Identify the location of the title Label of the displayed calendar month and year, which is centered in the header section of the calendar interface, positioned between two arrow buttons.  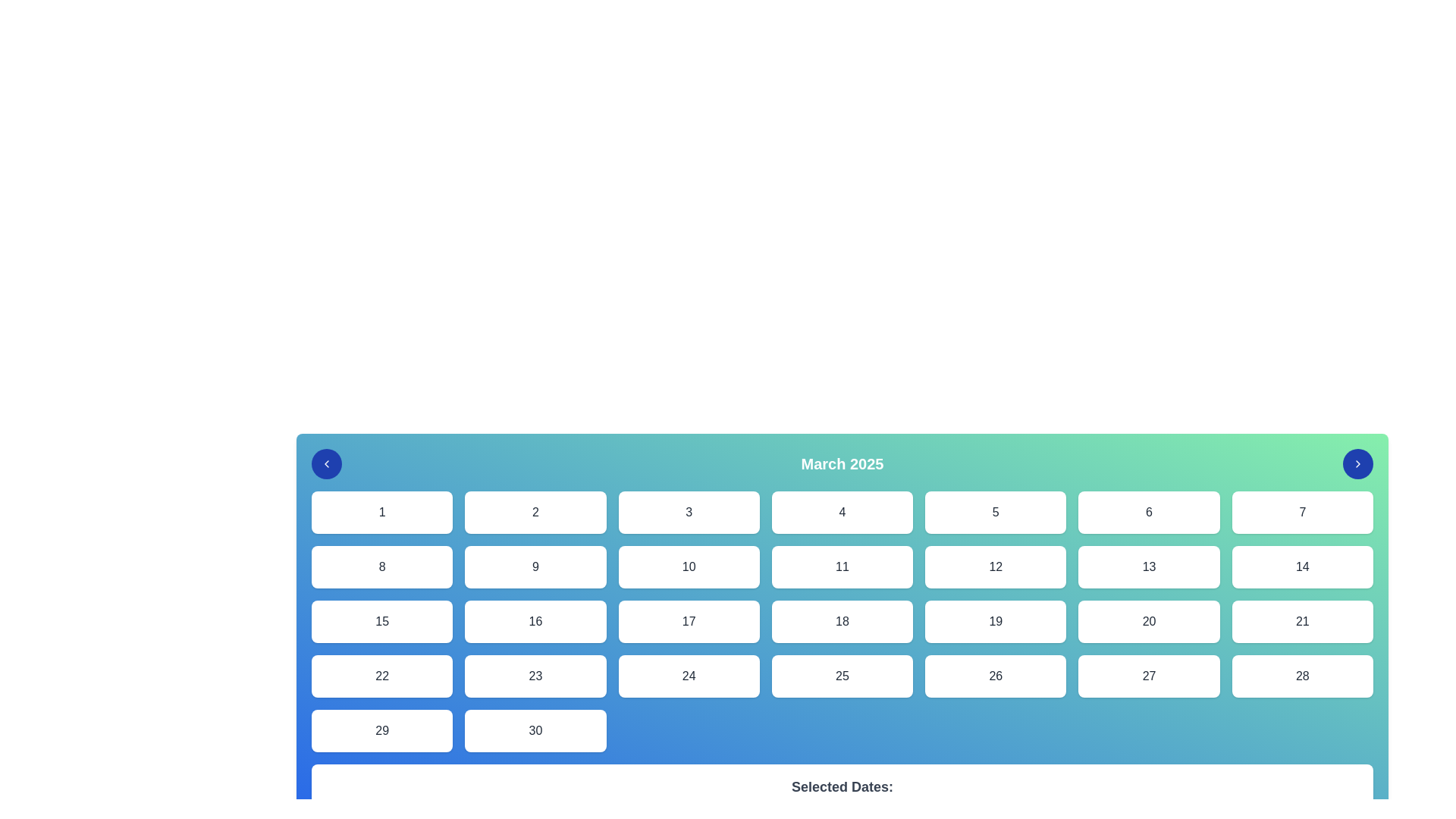
(841, 463).